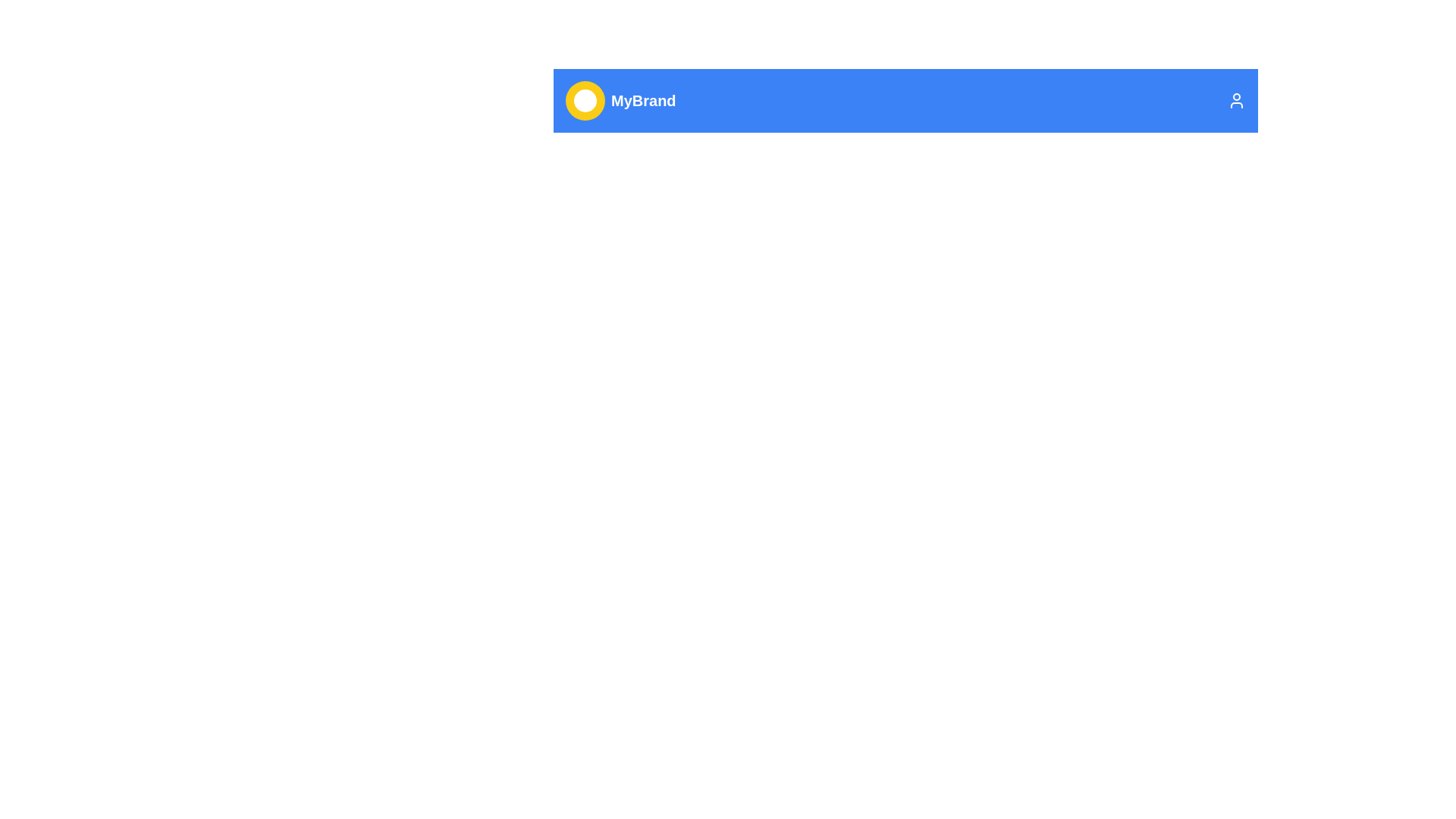  What do you see at coordinates (620, 100) in the screenshot?
I see `the Branding Logo with Text, which features a yellow circular logo on the left and the bold text 'MyBrand' on the right, located at the top of the page within the header bar` at bounding box center [620, 100].